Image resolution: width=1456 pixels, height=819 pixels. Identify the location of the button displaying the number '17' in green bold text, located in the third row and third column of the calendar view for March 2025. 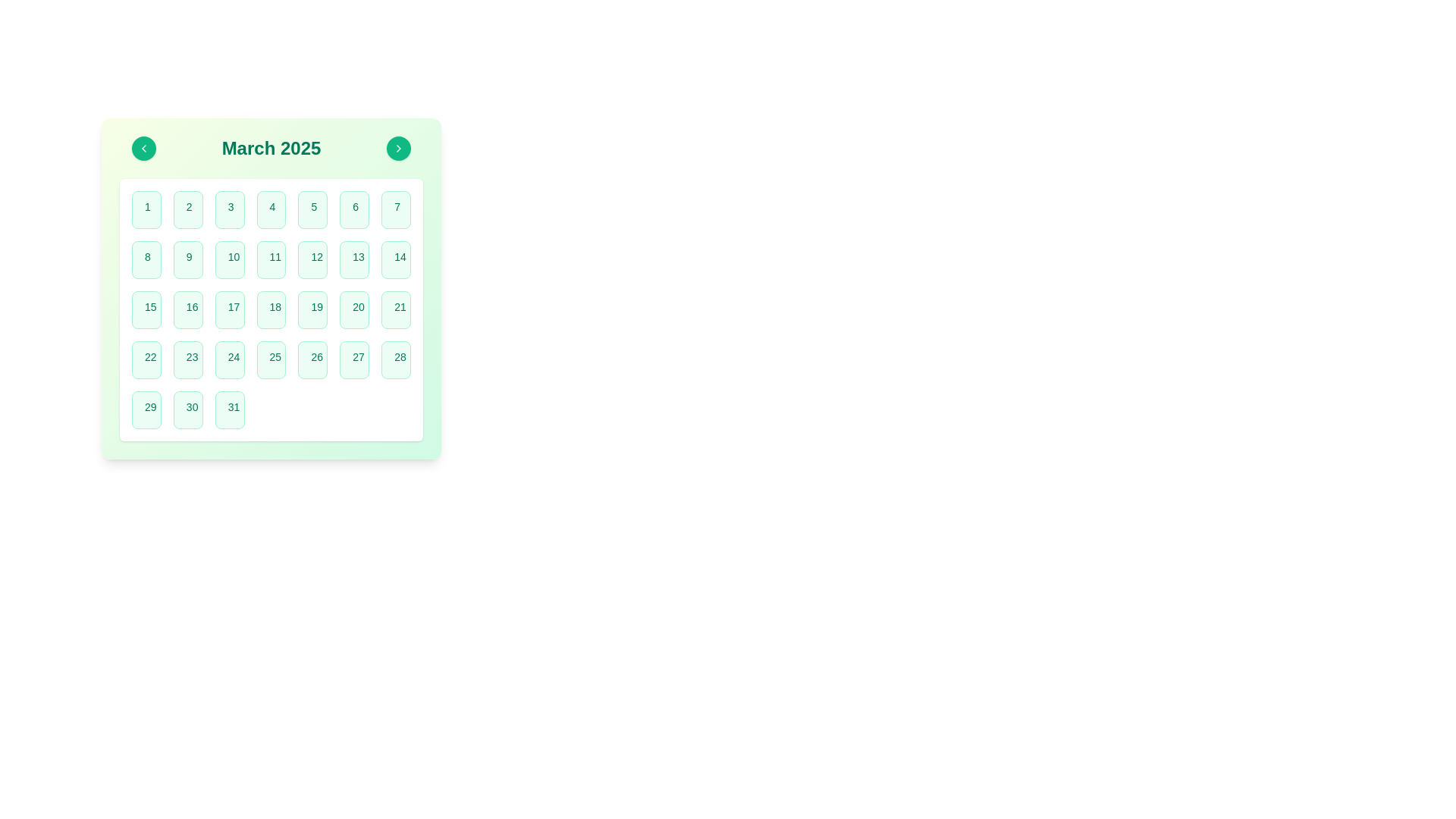
(229, 309).